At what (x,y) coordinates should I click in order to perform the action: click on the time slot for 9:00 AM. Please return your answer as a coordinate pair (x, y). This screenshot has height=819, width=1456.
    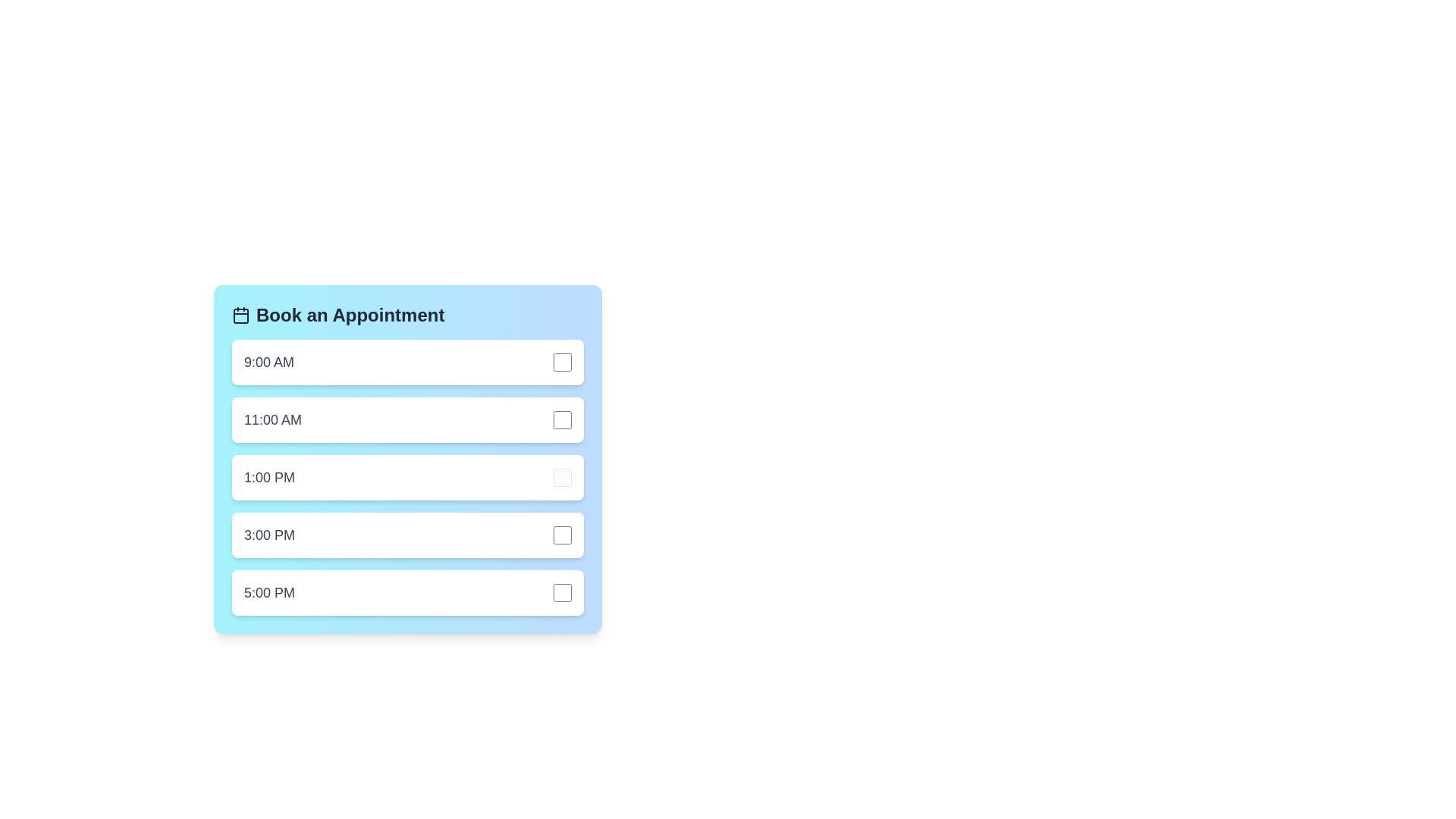
    Looking at the image, I should click on (407, 362).